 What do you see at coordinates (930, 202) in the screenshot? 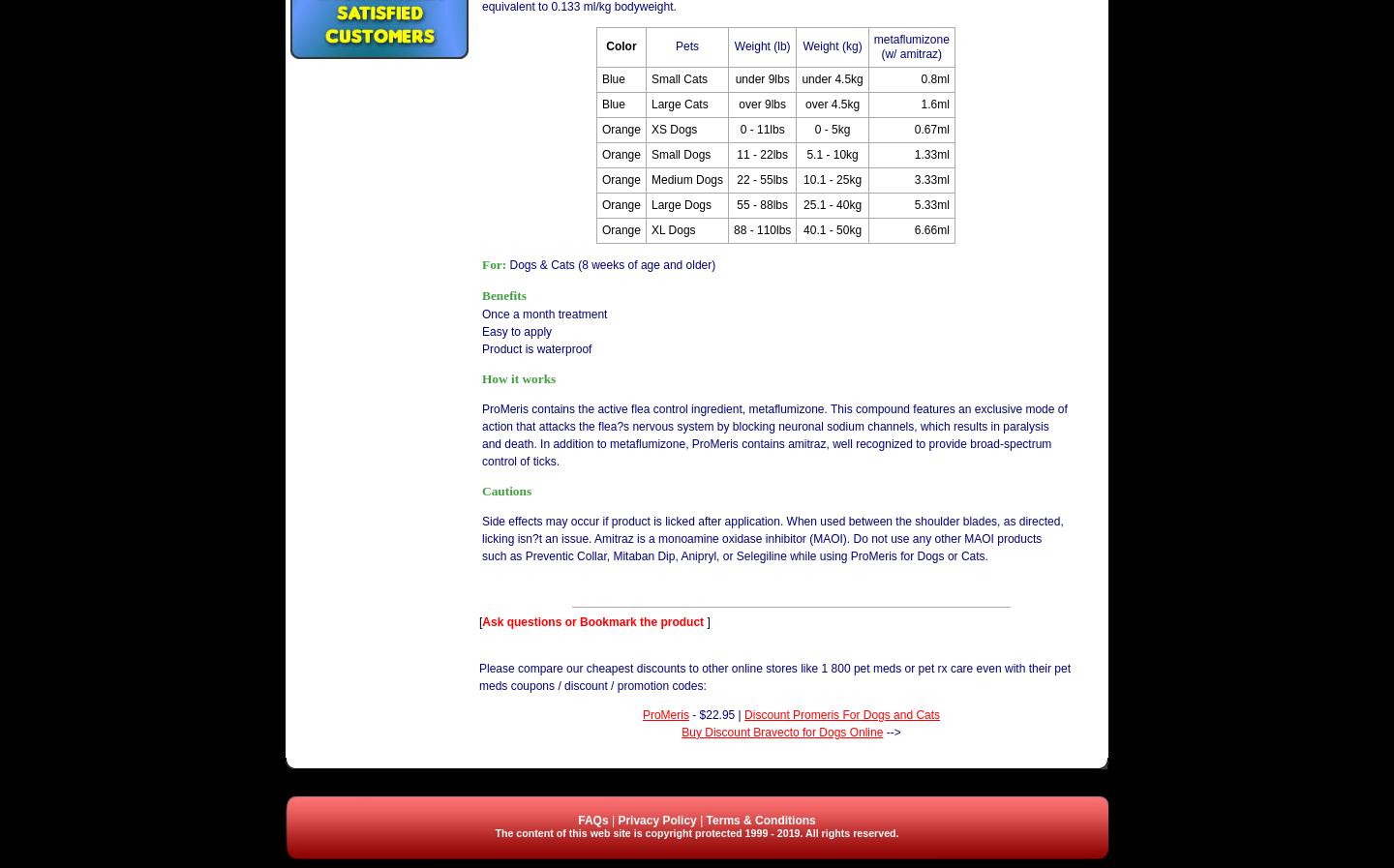
I see `'5.33ml'` at bounding box center [930, 202].